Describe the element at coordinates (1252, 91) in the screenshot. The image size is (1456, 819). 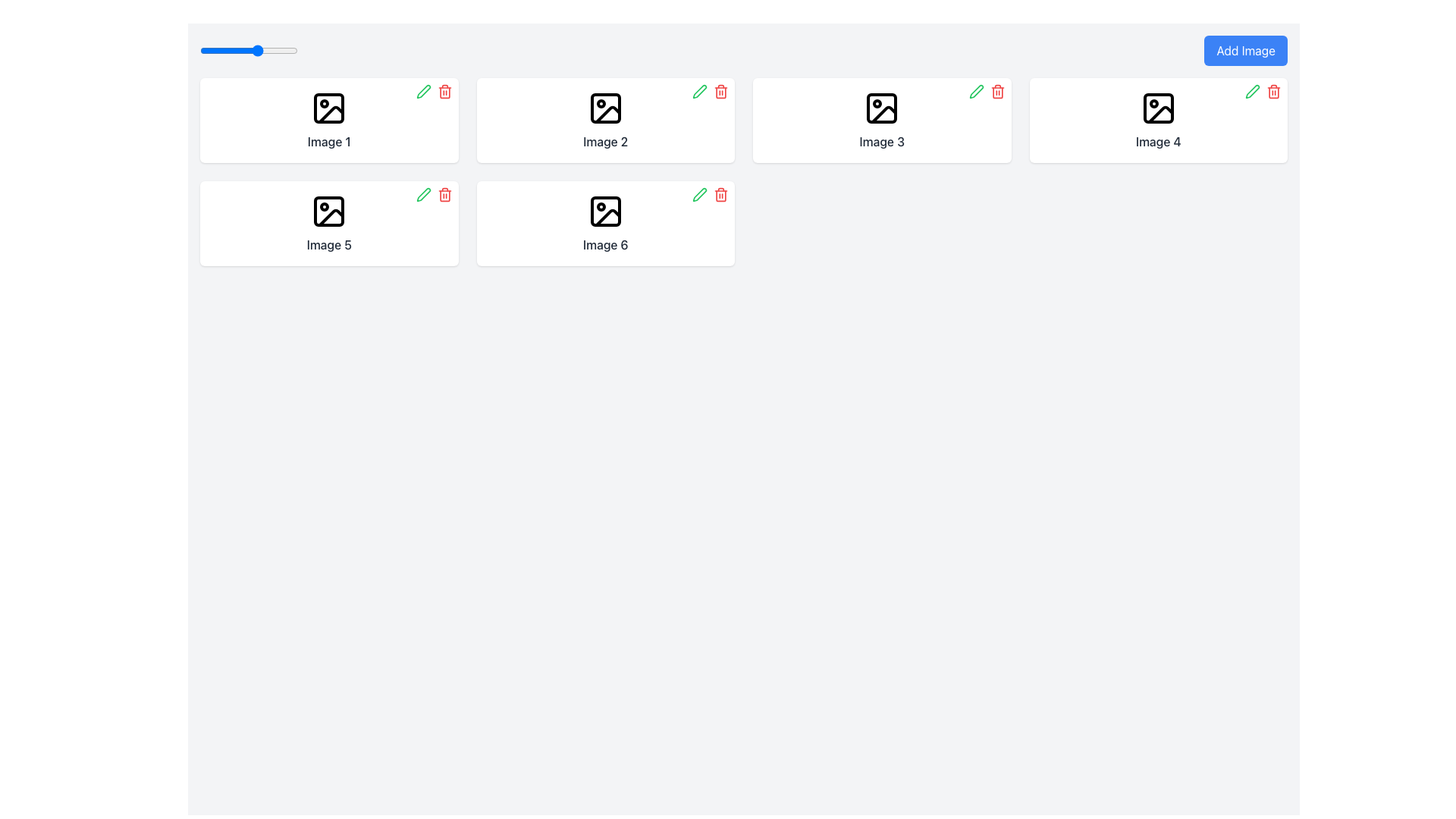
I see `the leftmost icon button in the control bar at the top-right corner of the 'Image 4' card, which is used for editing or modifying the associated image` at that location.